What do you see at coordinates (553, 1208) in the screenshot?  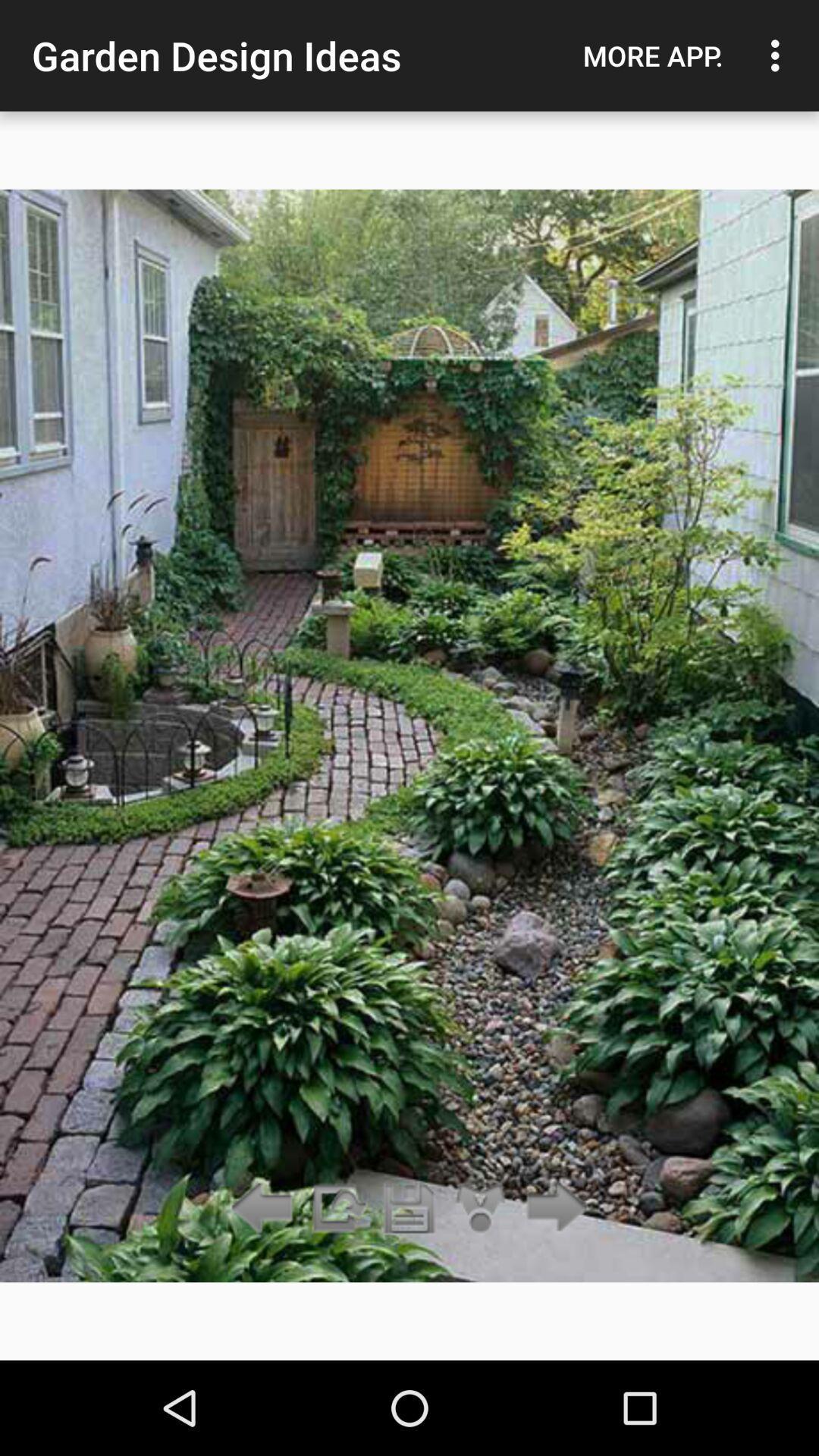 I see `icon below more app. icon` at bounding box center [553, 1208].